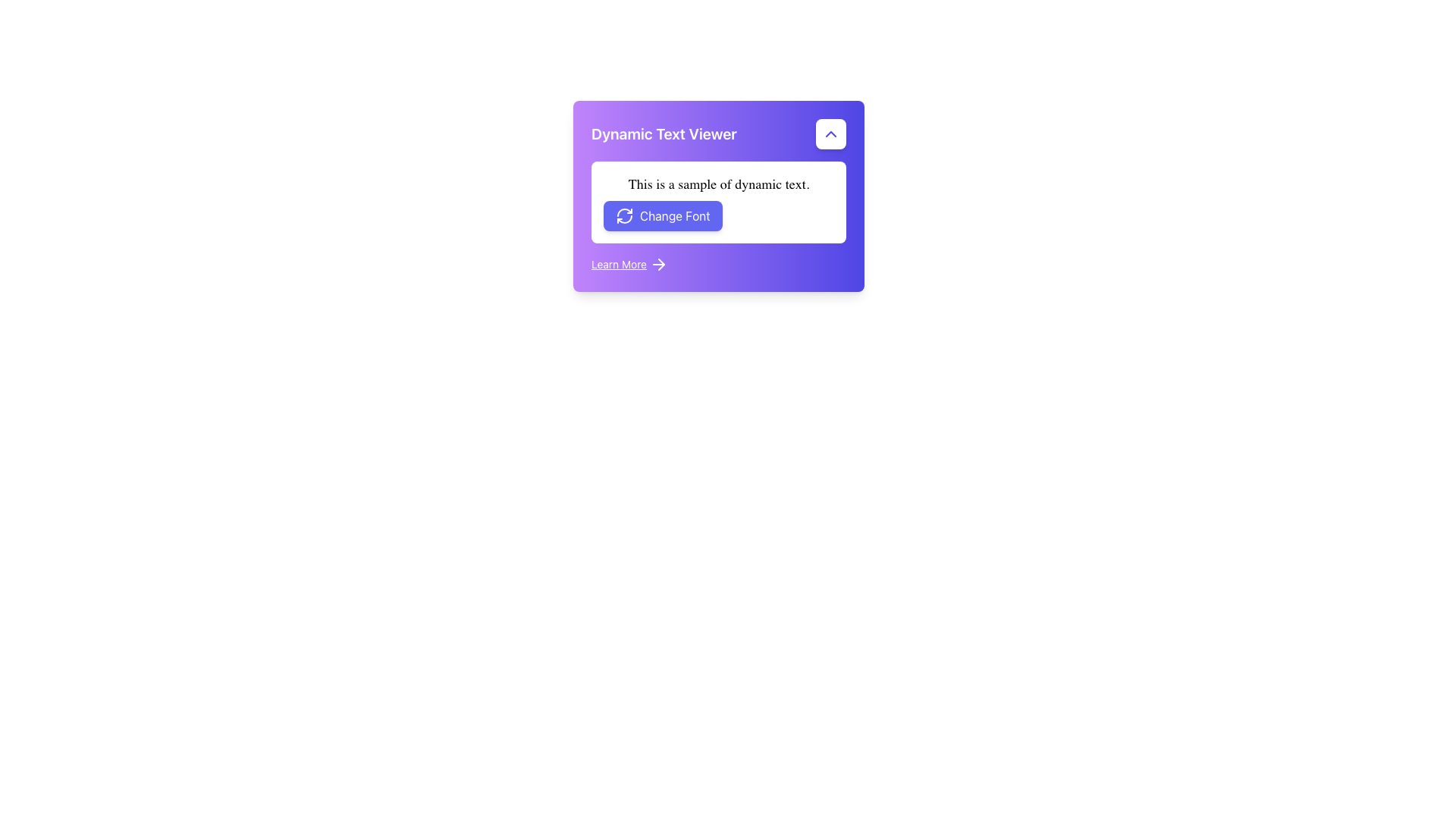 This screenshot has width=1456, height=819. I want to click on the chevron icon located at the top-right corner of the 'Dynamic Text Viewer' card, so click(830, 133).